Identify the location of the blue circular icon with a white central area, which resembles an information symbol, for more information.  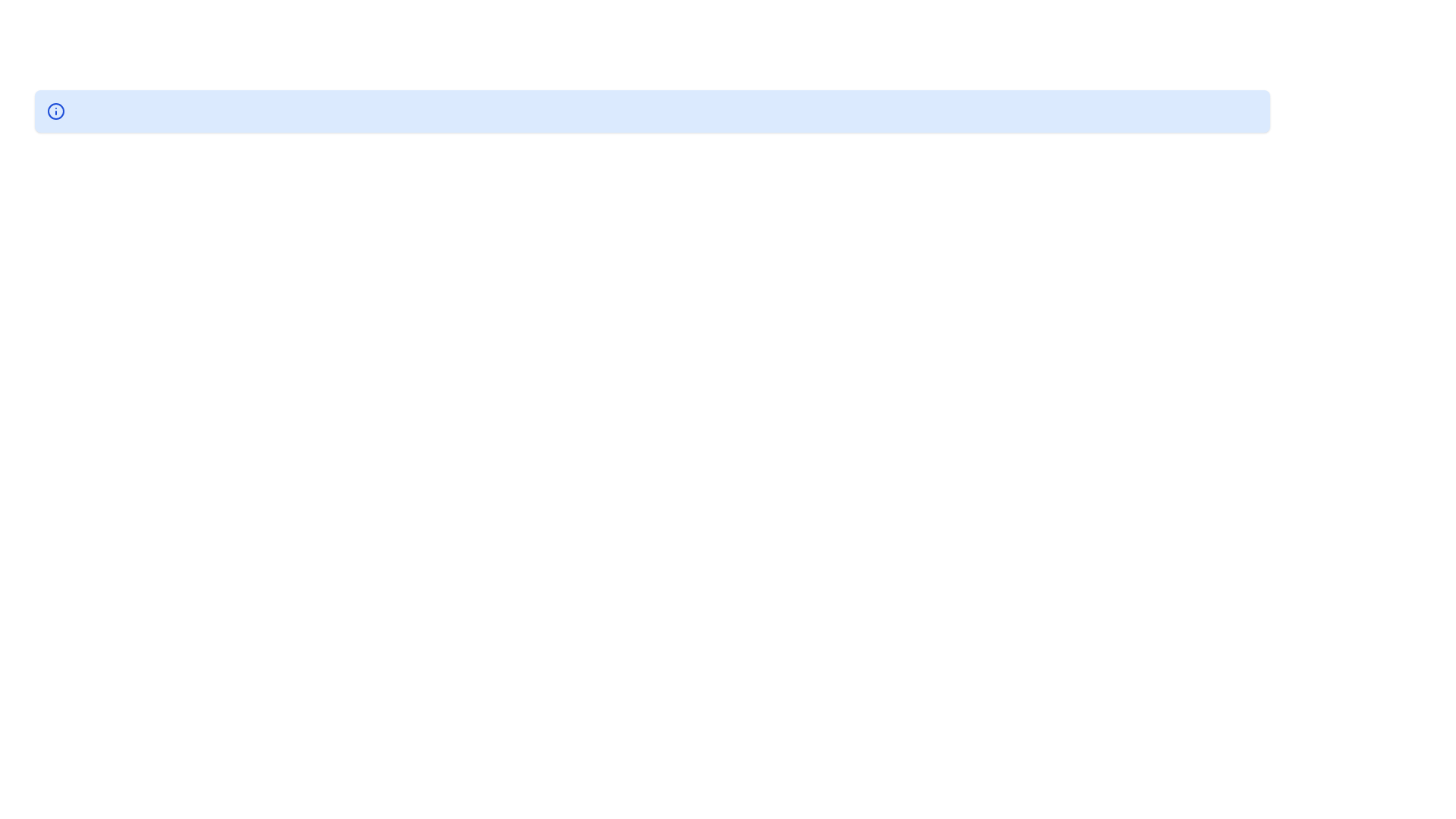
(55, 110).